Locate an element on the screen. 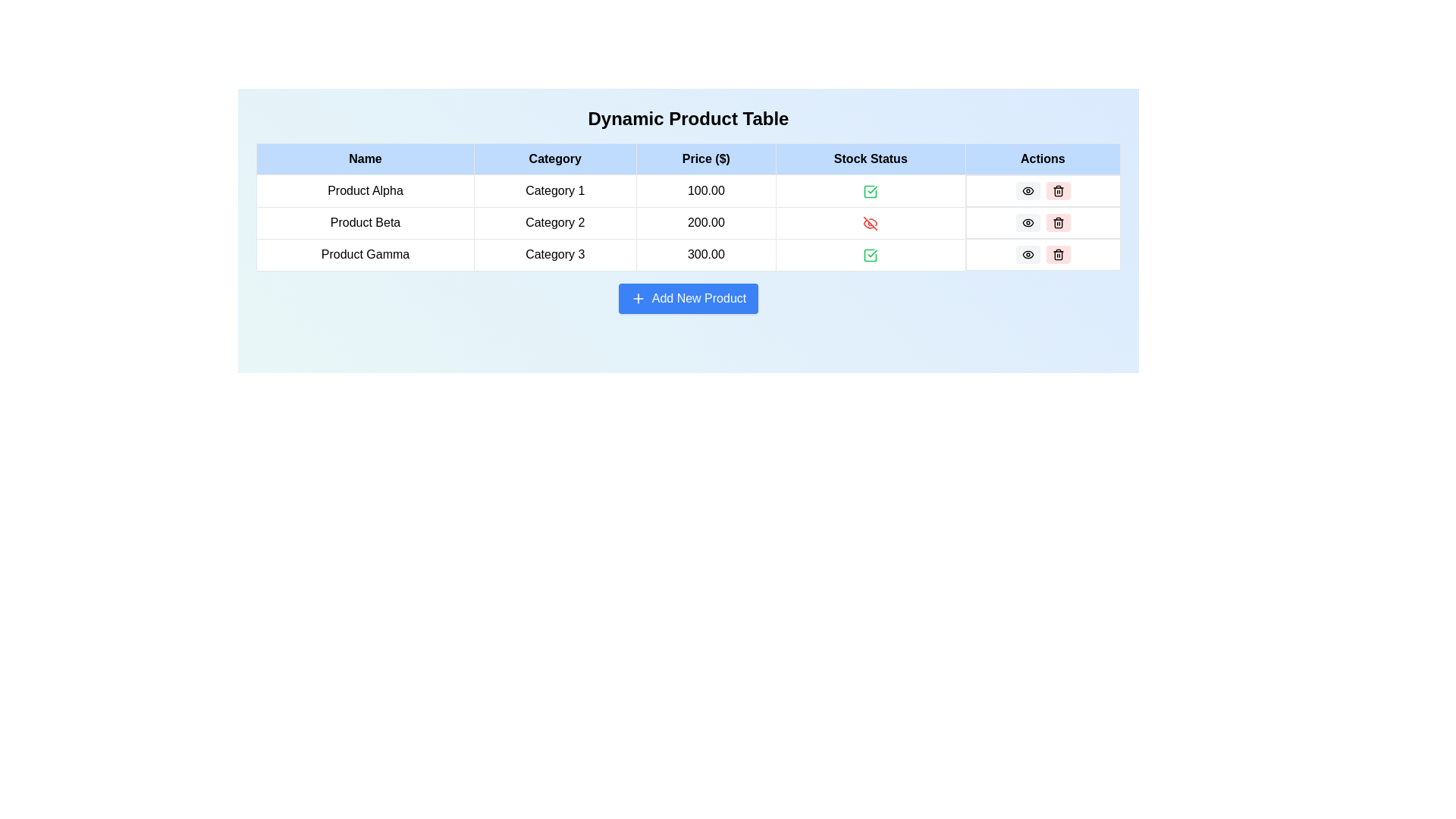  the 'Actions' text label which is the rightmost header in the table column headers, featuring a light blue background and bold black text is located at coordinates (1042, 158).